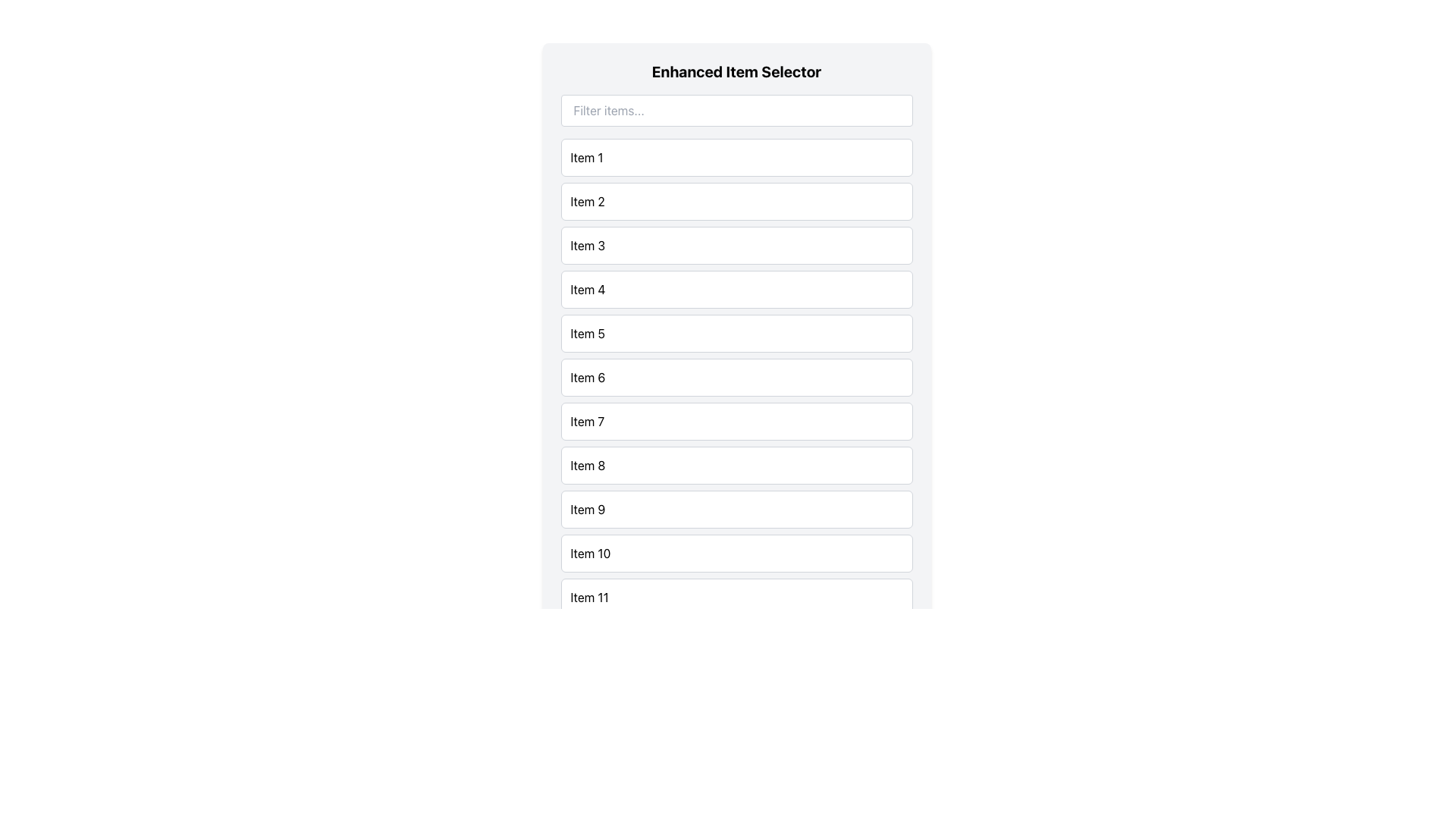 The width and height of the screenshot is (1456, 819). What do you see at coordinates (736, 376) in the screenshot?
I see `the selectable list item labeled 'Item 6' in the Enhanced Item Selector` at bounding box center [736, 376].